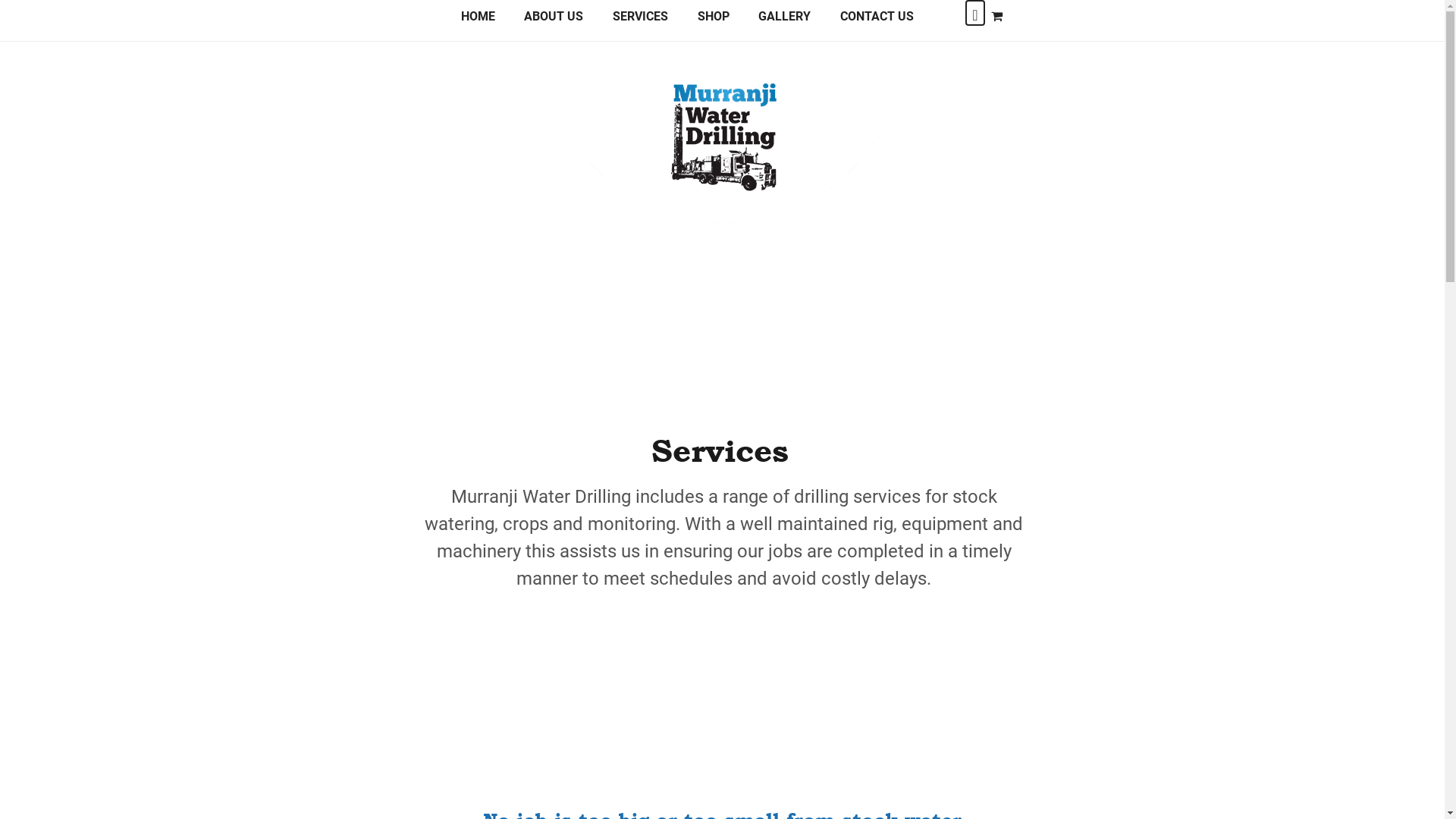 The image size is (1456, 819). I want to click on 'SHOP', so click(712, 22).